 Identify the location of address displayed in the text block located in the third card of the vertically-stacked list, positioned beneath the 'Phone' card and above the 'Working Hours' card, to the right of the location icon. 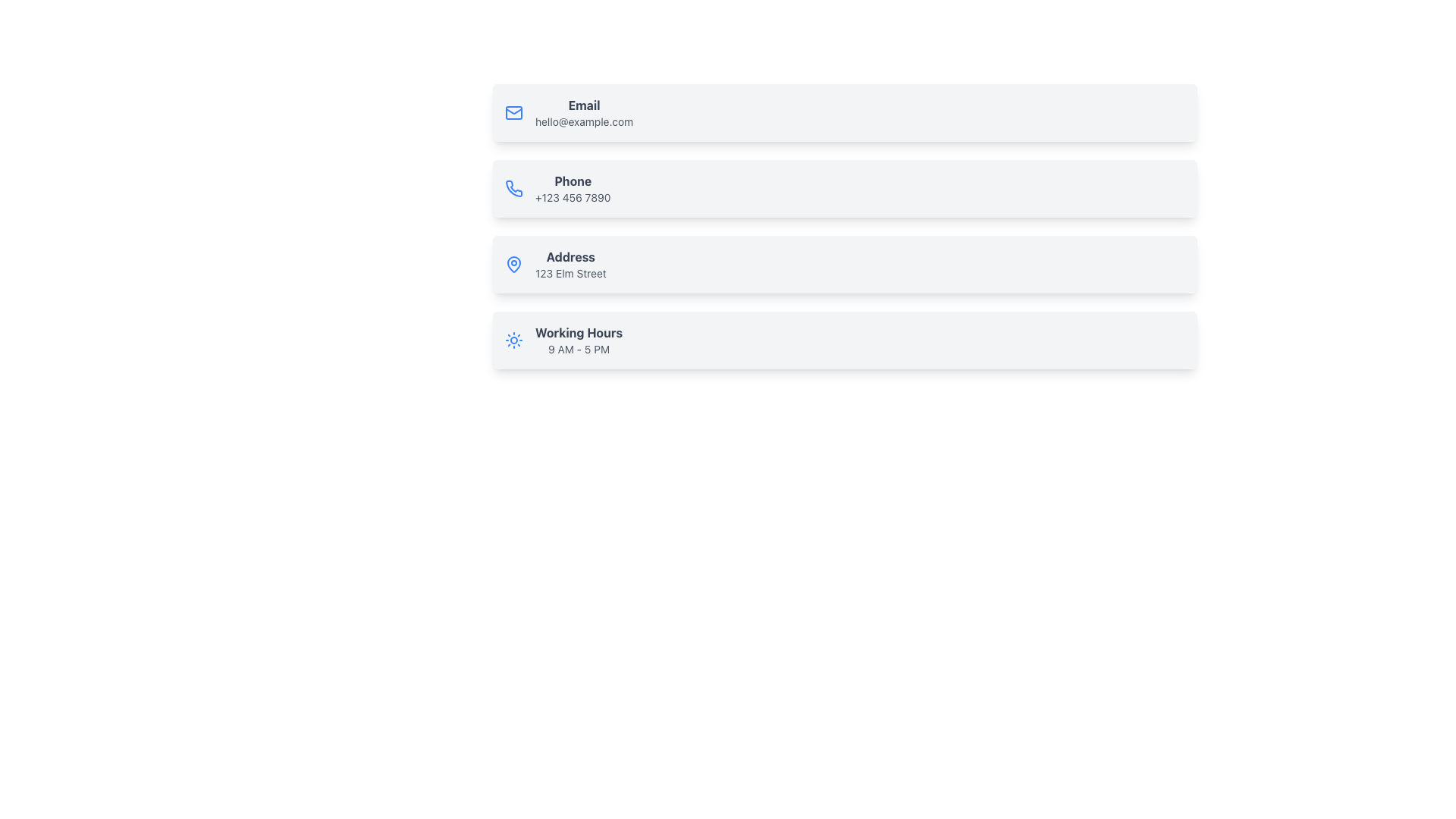
(570, 263).